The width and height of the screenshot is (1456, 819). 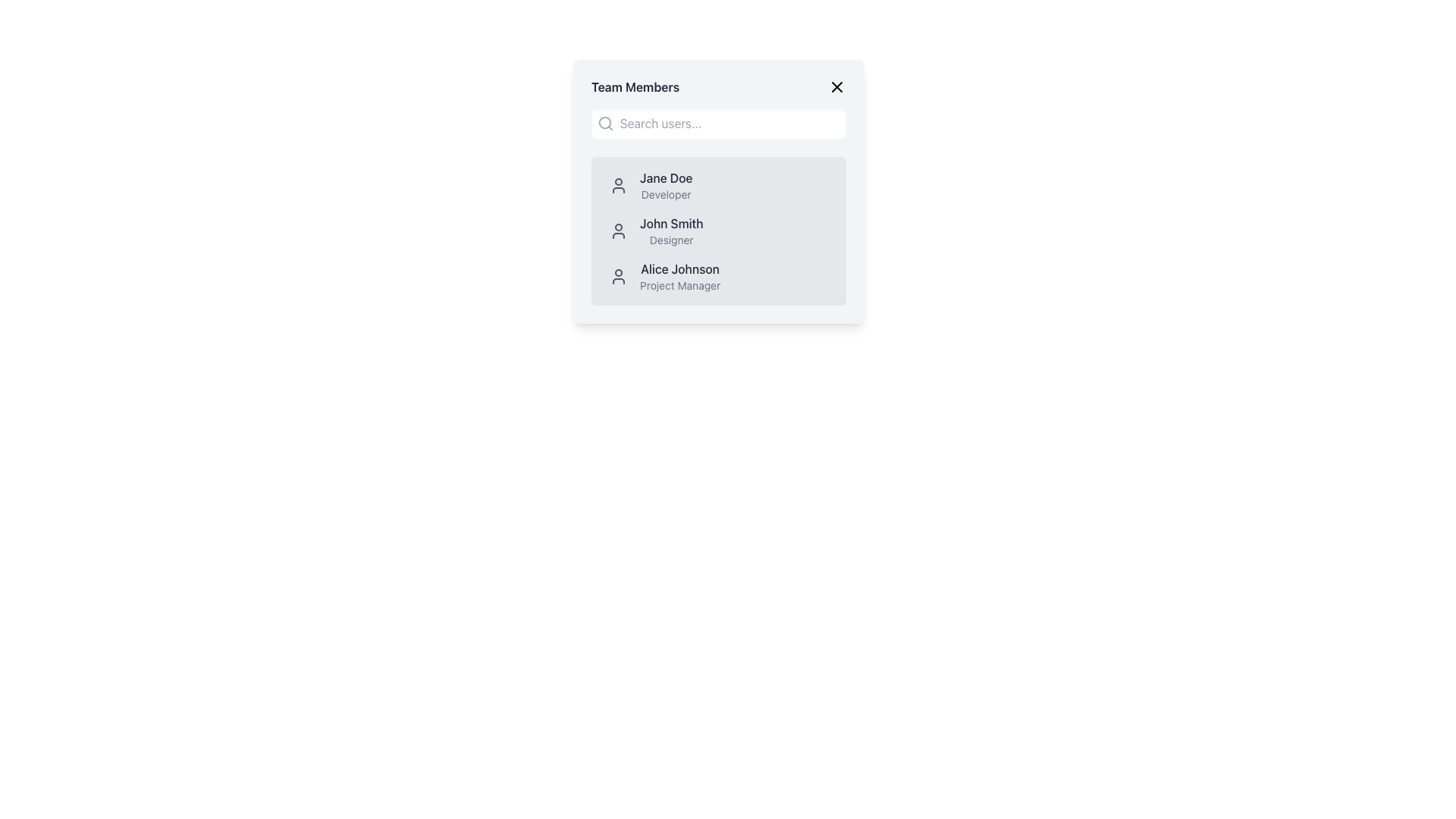 What do you see at coordinates (670, 239) in the screenshot?
I see `informational text label indicating the role or position of 'John Smith' in the profile card, located below the name text and aligned to its left edge` at bounding box center [670, 239].